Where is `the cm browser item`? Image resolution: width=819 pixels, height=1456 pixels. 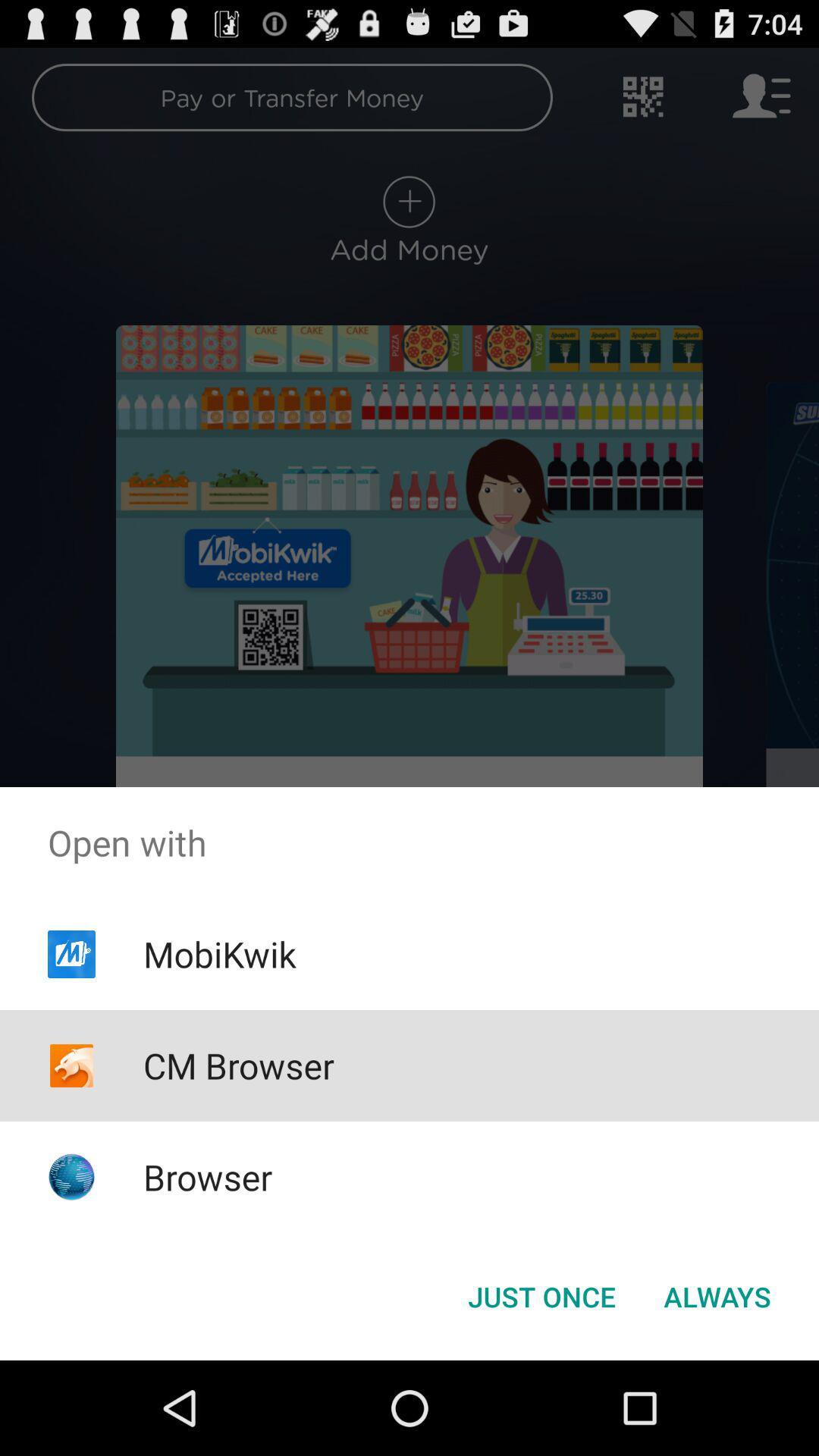 the cm browser item is located at coordinates (239, 1065).